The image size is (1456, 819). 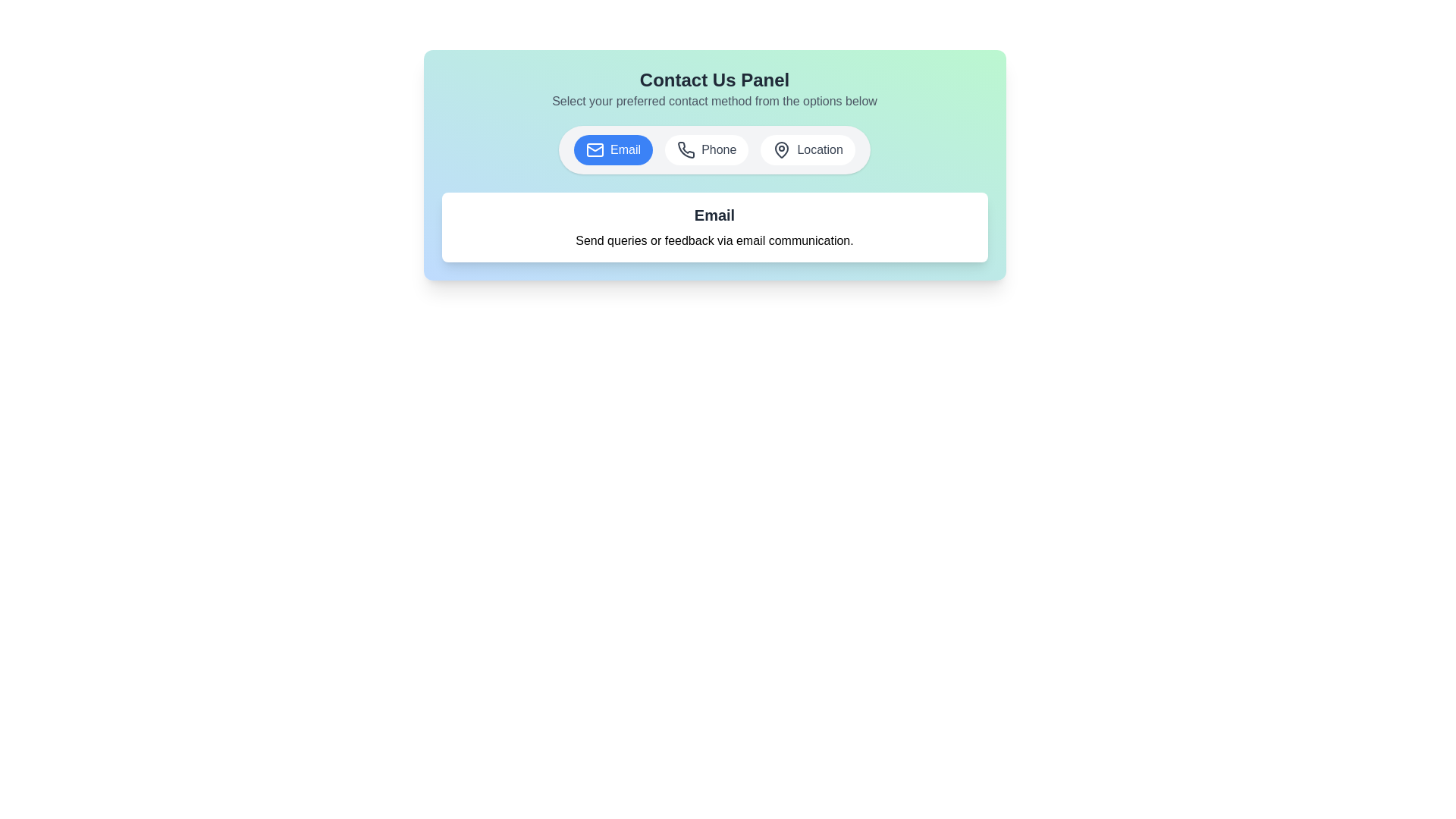 I want to click on text content of the label located on the right side of the blue button that initiates an email-related action, so click(x=626, y=149).